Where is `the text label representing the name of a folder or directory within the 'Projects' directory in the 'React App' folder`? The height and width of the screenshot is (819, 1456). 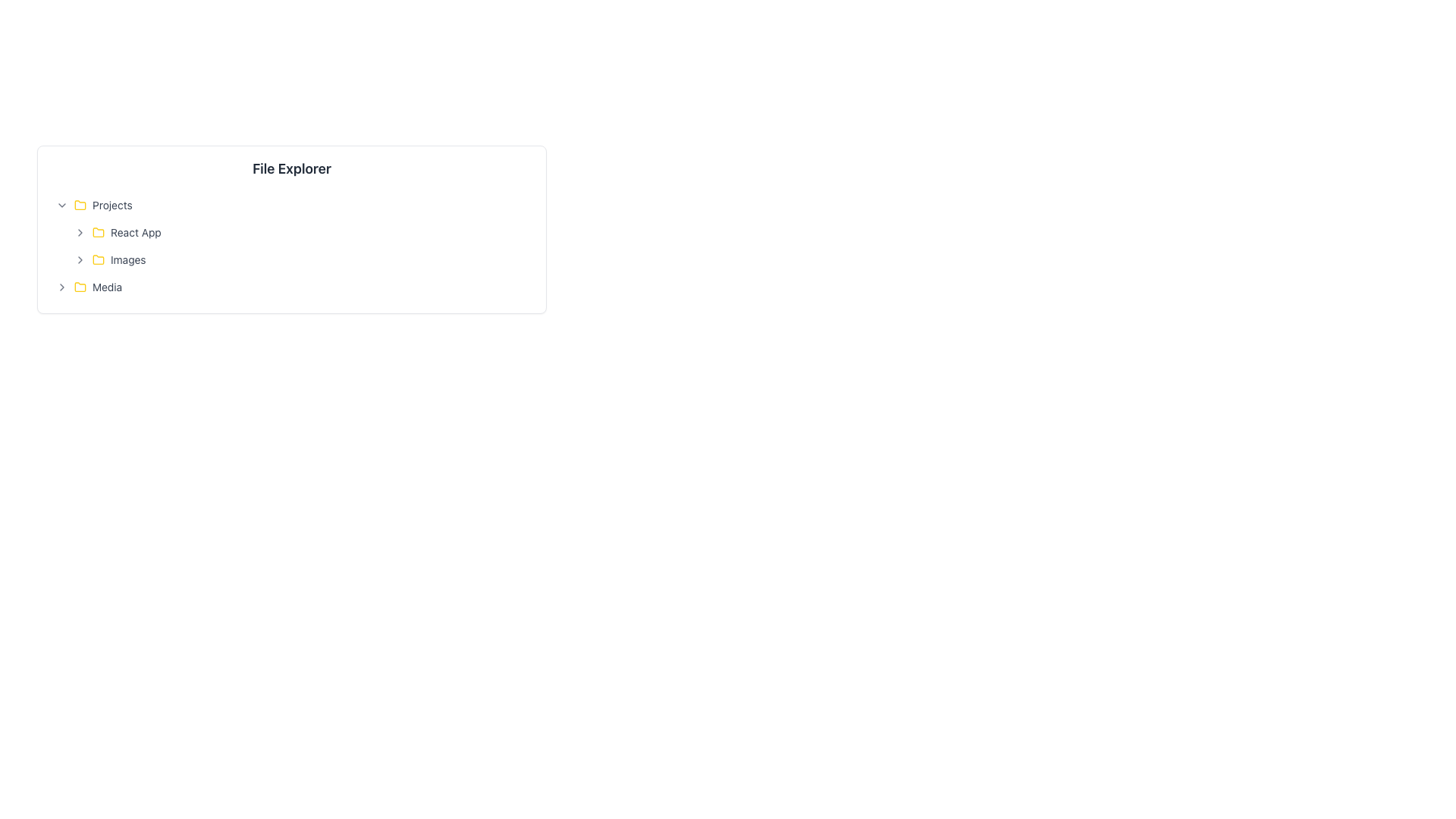 the text label representing the name of a folder or directory within the 'Projects' directory in the 'React App' folder is located at coordinates (128, 259).